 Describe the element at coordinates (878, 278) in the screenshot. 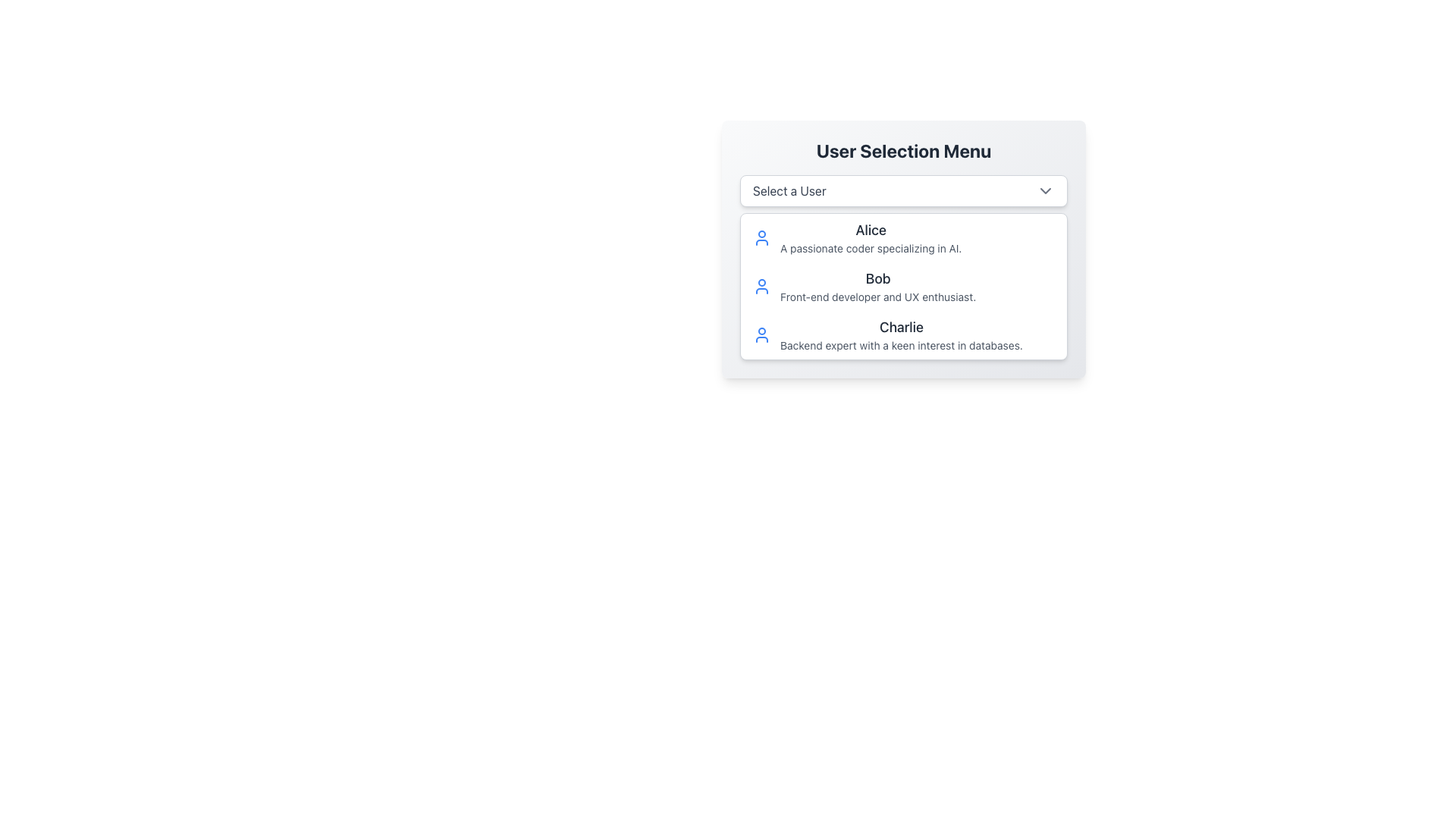

I see `the Text Label displaying 'Bob' in bold, dark gray font, positioned between 'Alice' and 'Charlie' in the User Selection Menu` at that location.